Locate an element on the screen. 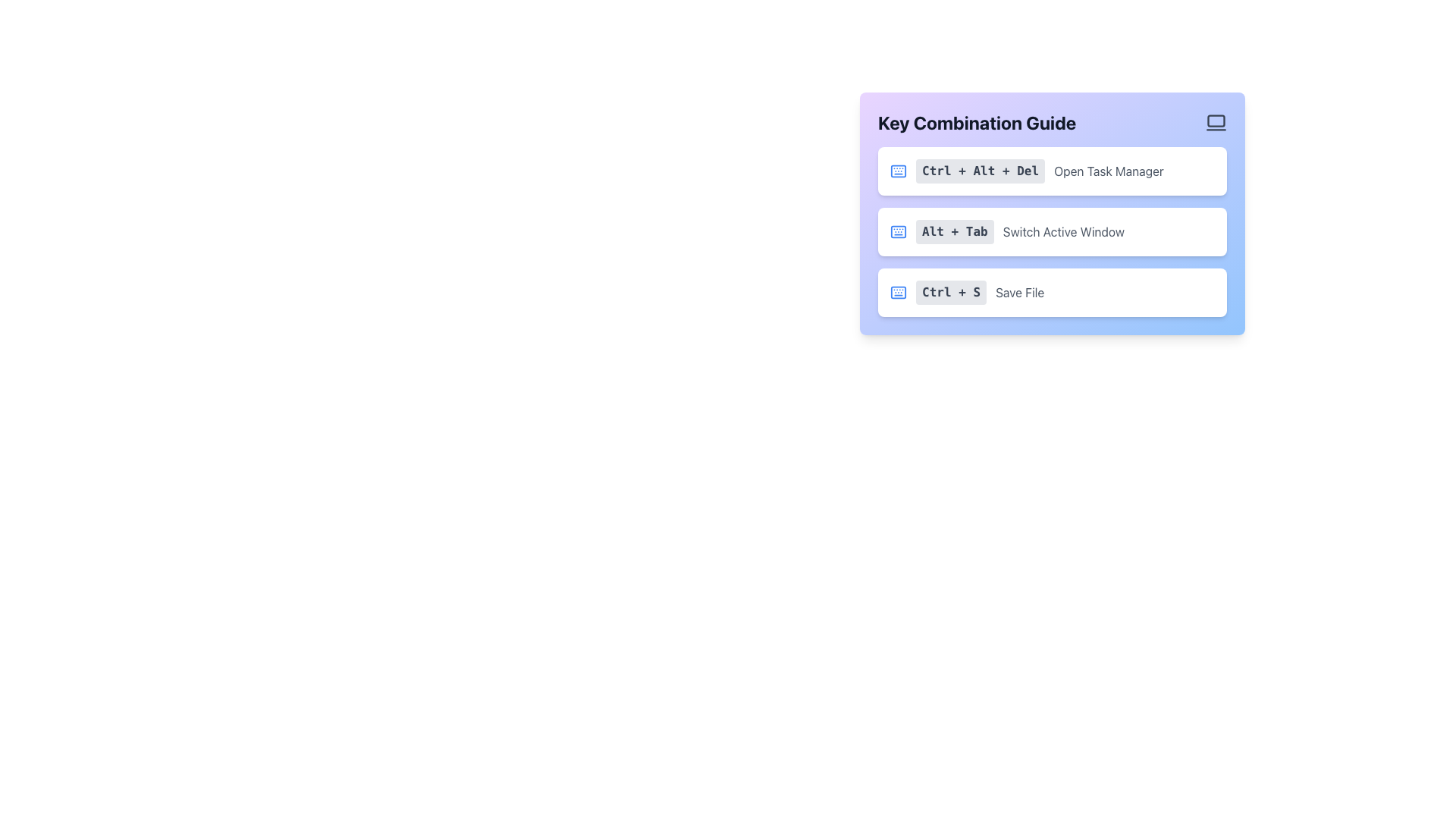 This screenshot has width=1456, height=819. the laptop icon located in the top-right corner of the header section labeled 'Key Combination Guide' is located at coordinates (1216, 122).